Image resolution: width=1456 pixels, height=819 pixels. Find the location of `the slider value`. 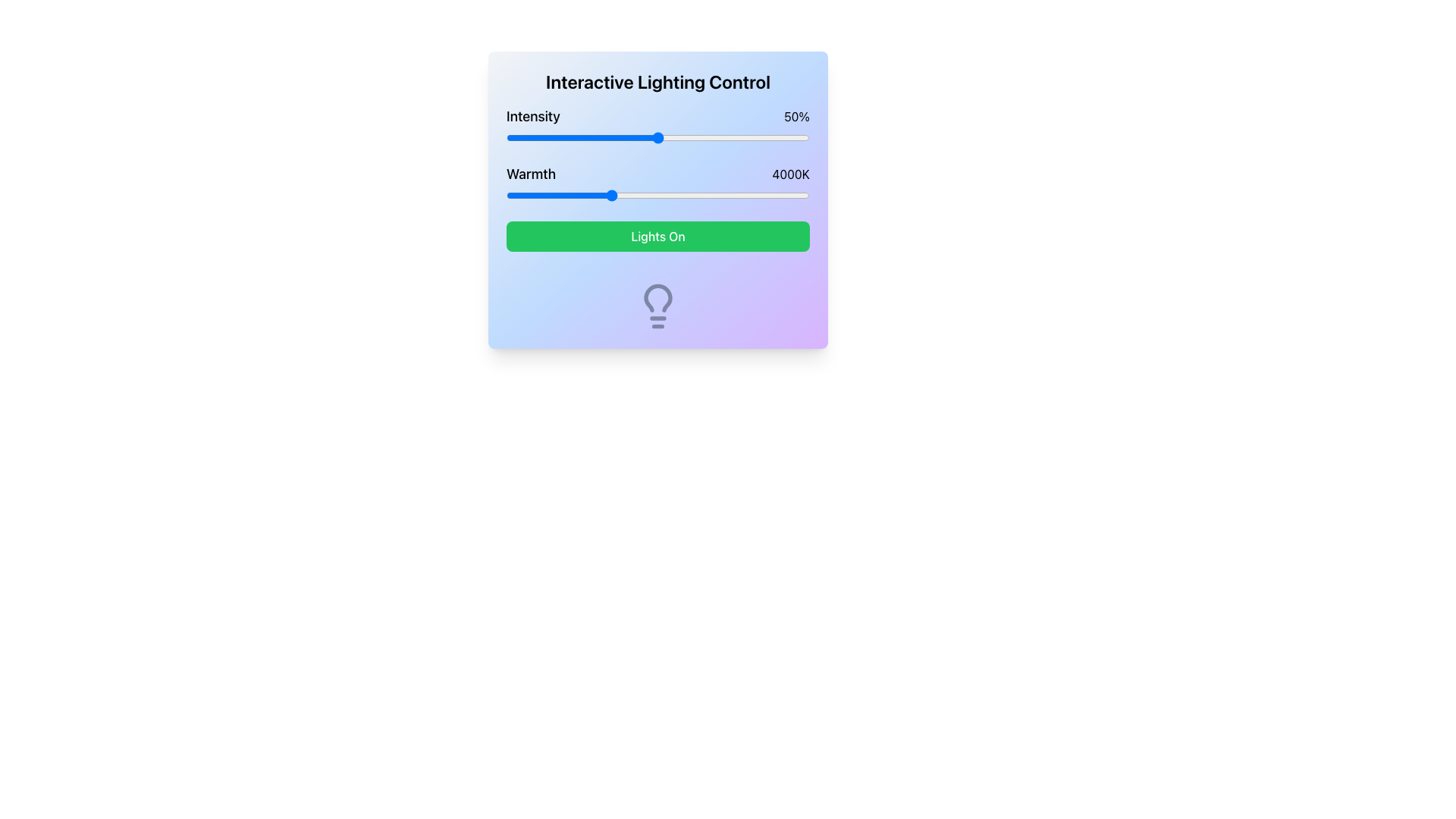

the slider value is located at coordinates (603, 137).